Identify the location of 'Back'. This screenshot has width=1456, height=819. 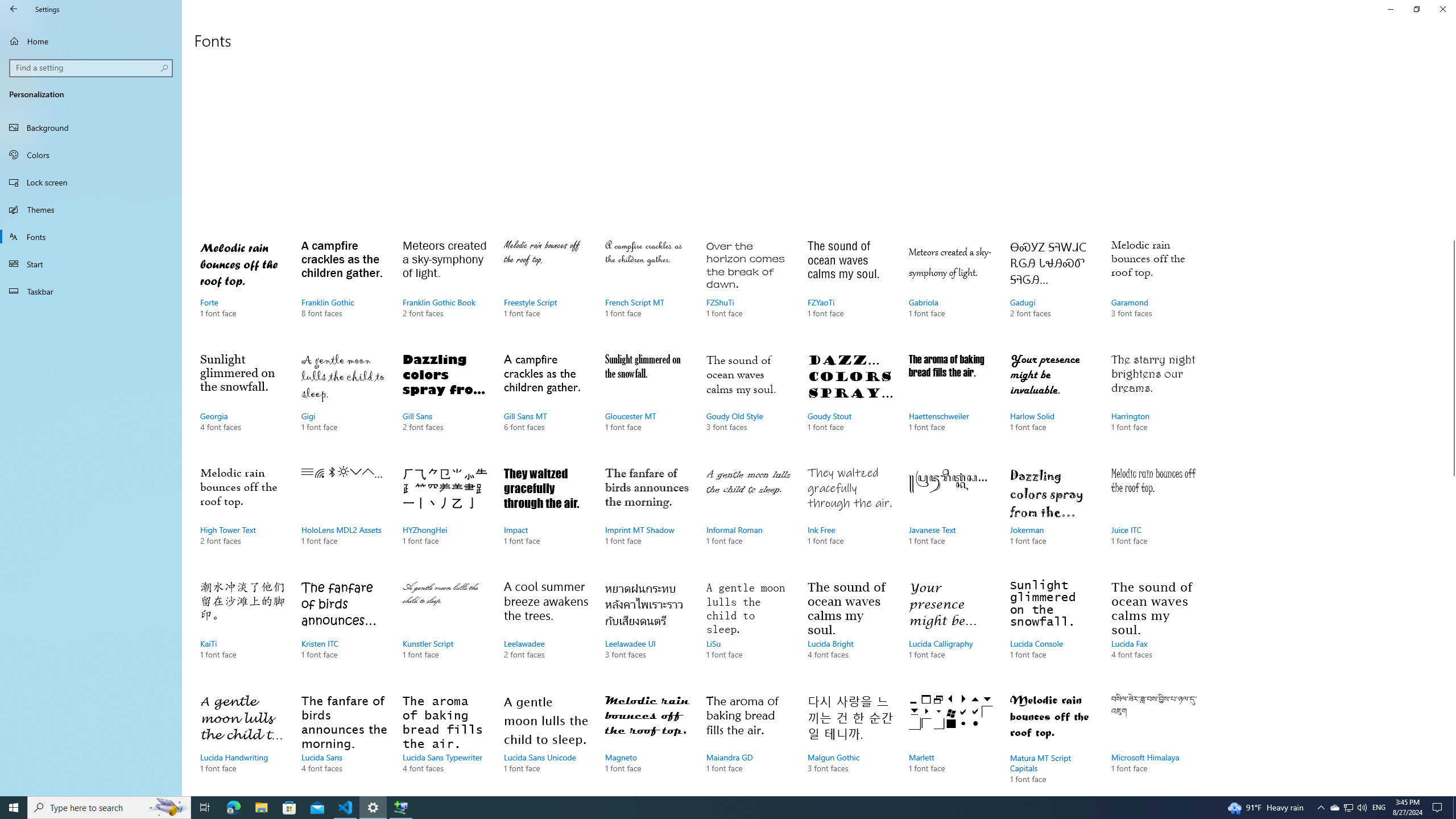
(14, 9).